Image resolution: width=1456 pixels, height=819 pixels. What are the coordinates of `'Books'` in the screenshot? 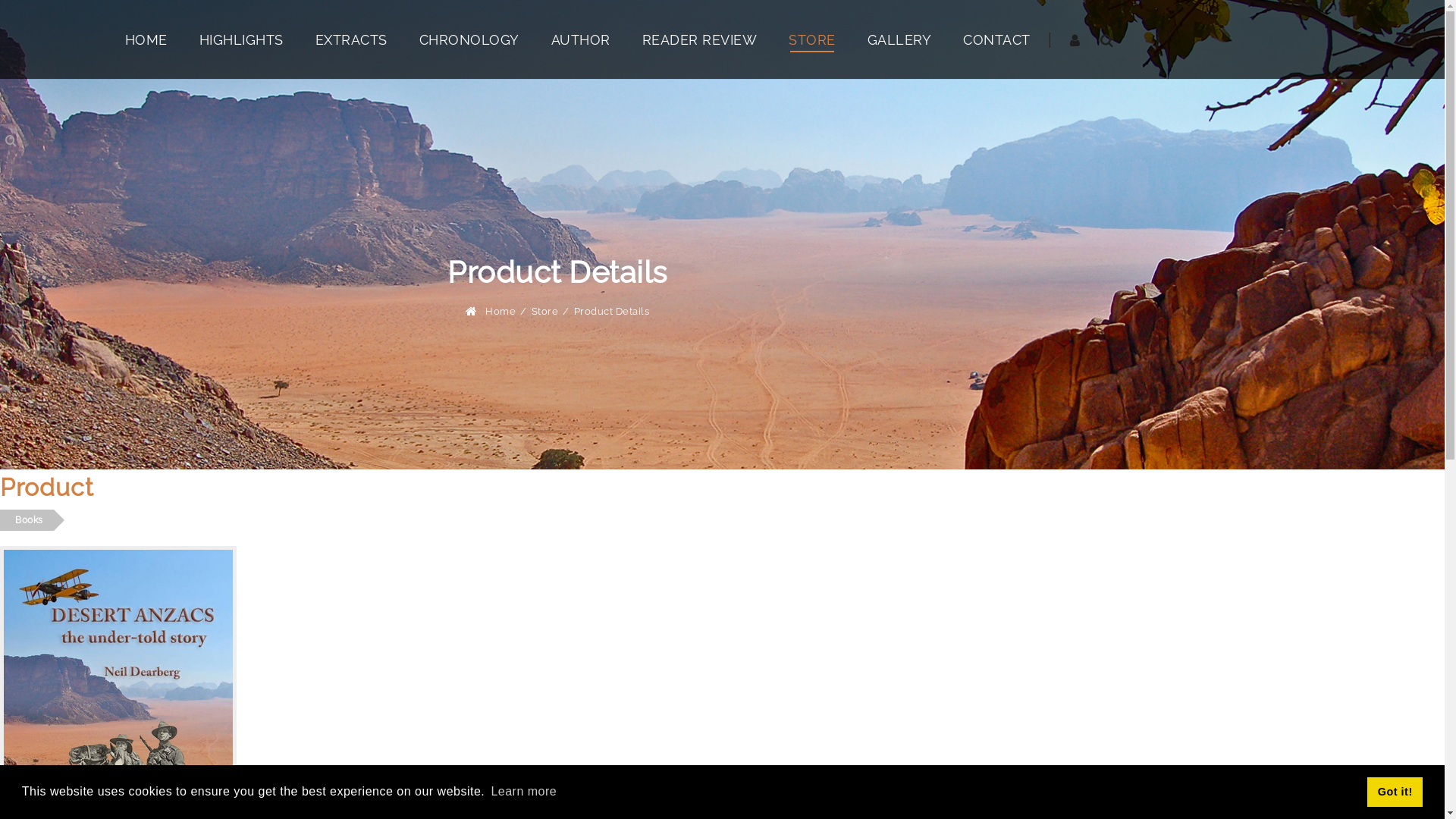 It's located at (27, 519).